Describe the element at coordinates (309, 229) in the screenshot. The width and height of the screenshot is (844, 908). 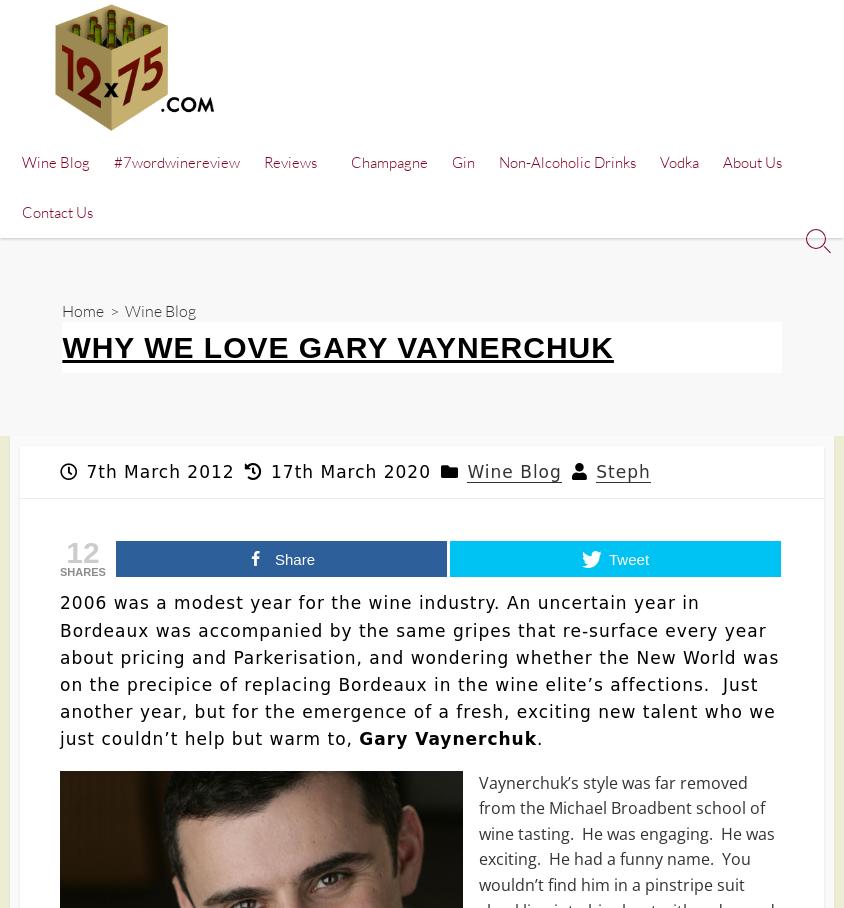
I see `'Wine Aerator'` at that location.